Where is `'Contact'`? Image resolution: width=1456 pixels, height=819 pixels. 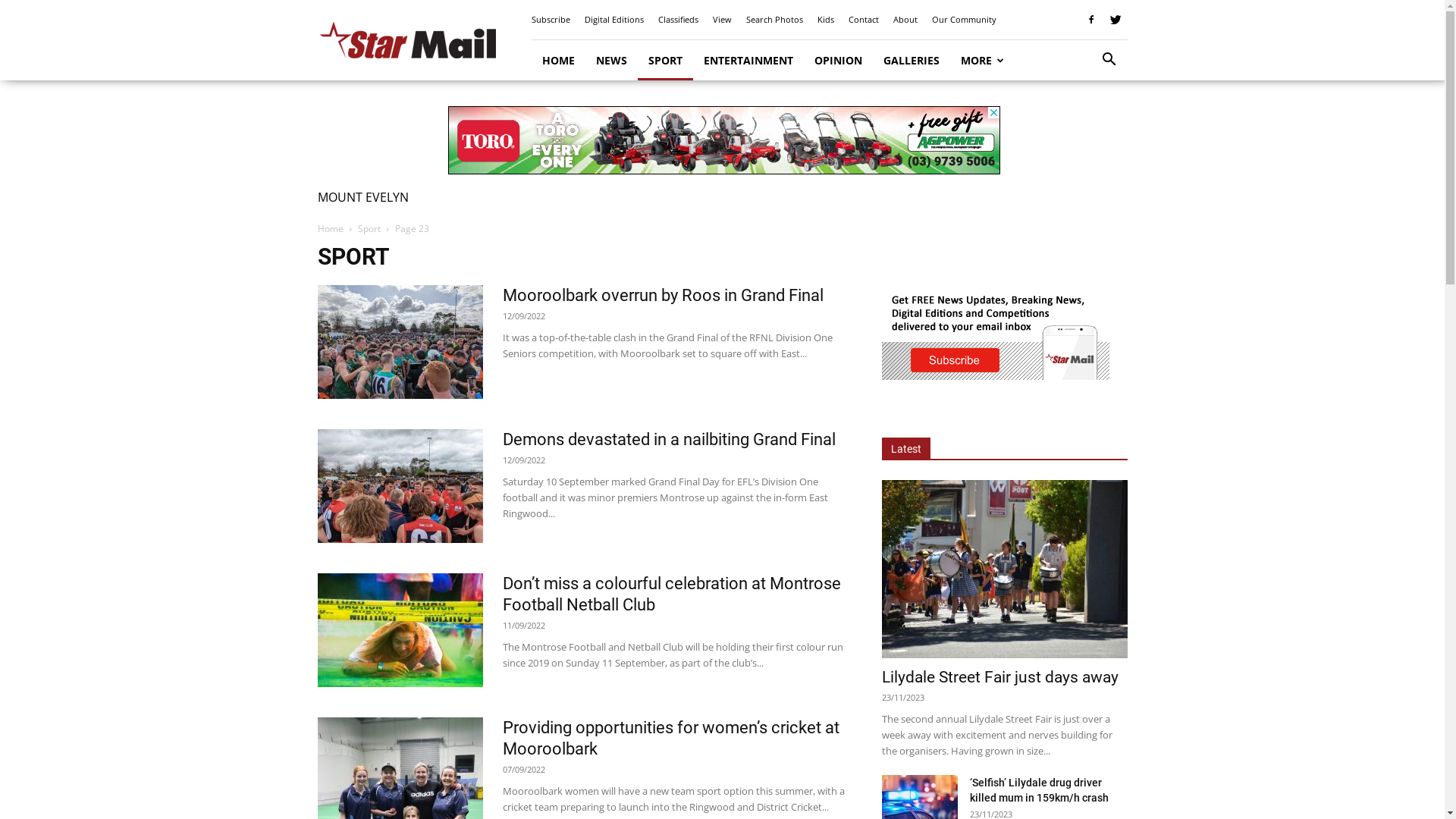 'Contact' is located at coordinates (862, 19).